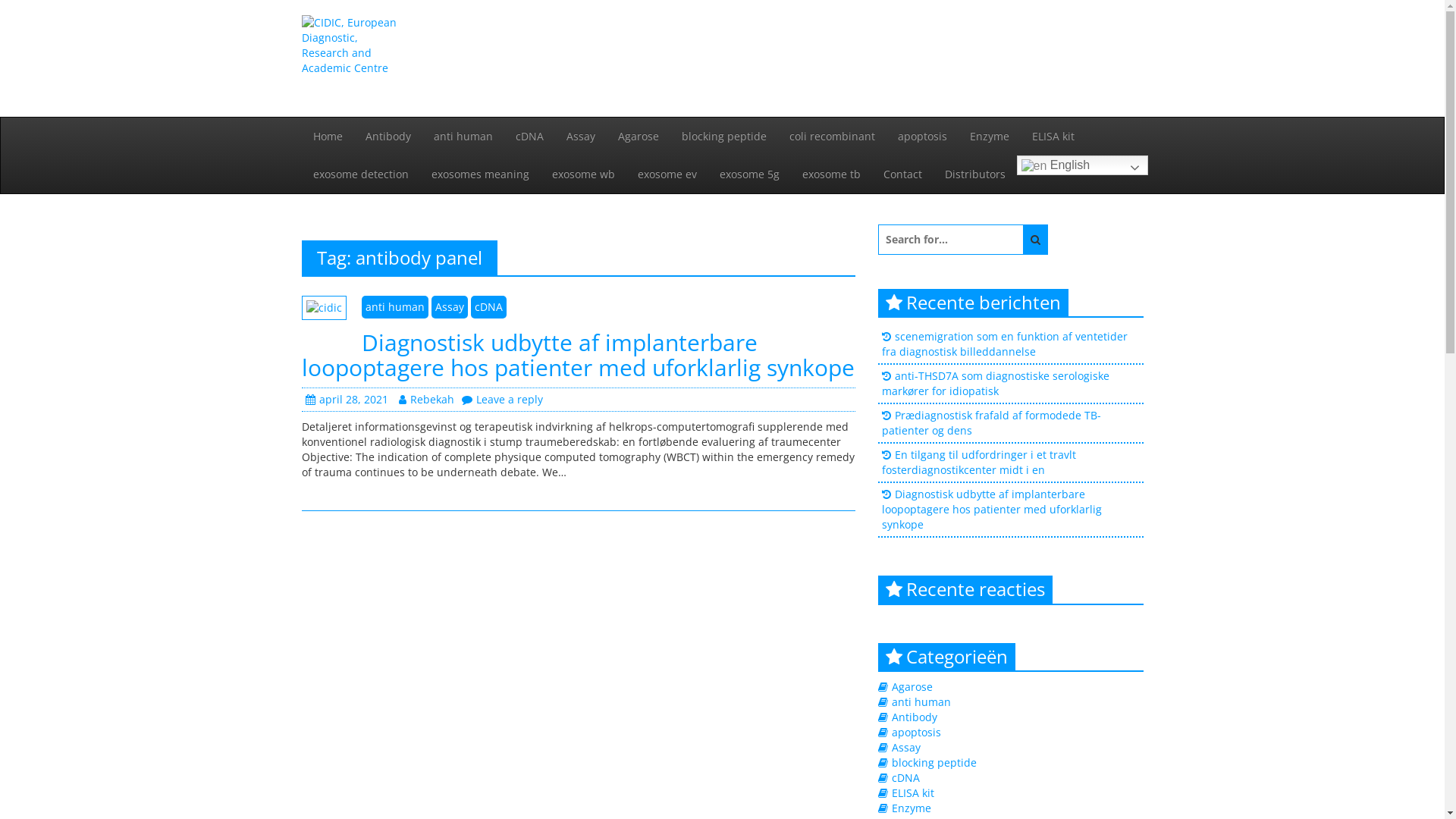  Describe the element at coordinates (461, 136) in the screenshot. I see `'anti human'` at that location.